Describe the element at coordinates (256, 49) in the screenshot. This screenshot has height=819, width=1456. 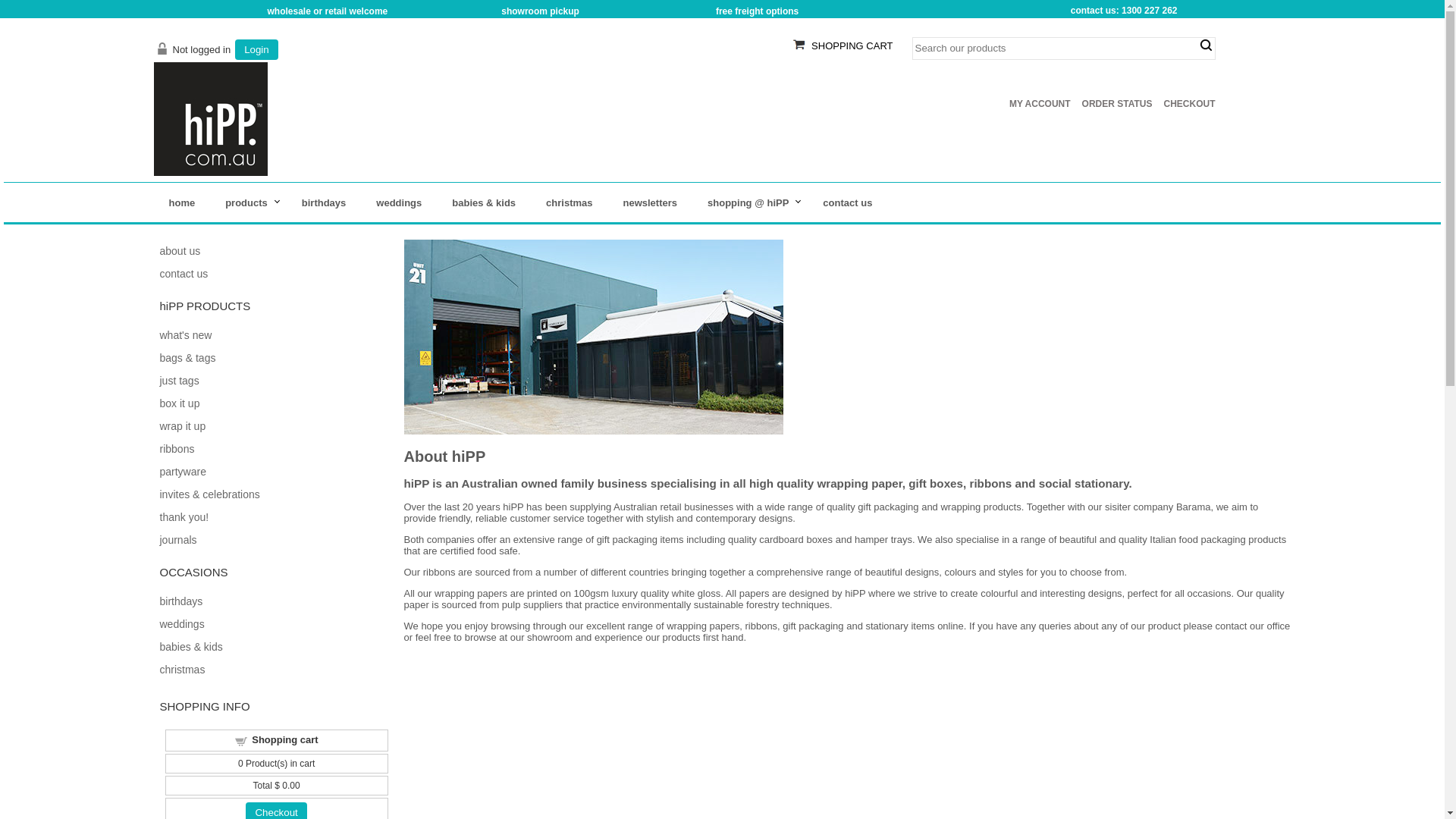
I see `'Login'` at that location.